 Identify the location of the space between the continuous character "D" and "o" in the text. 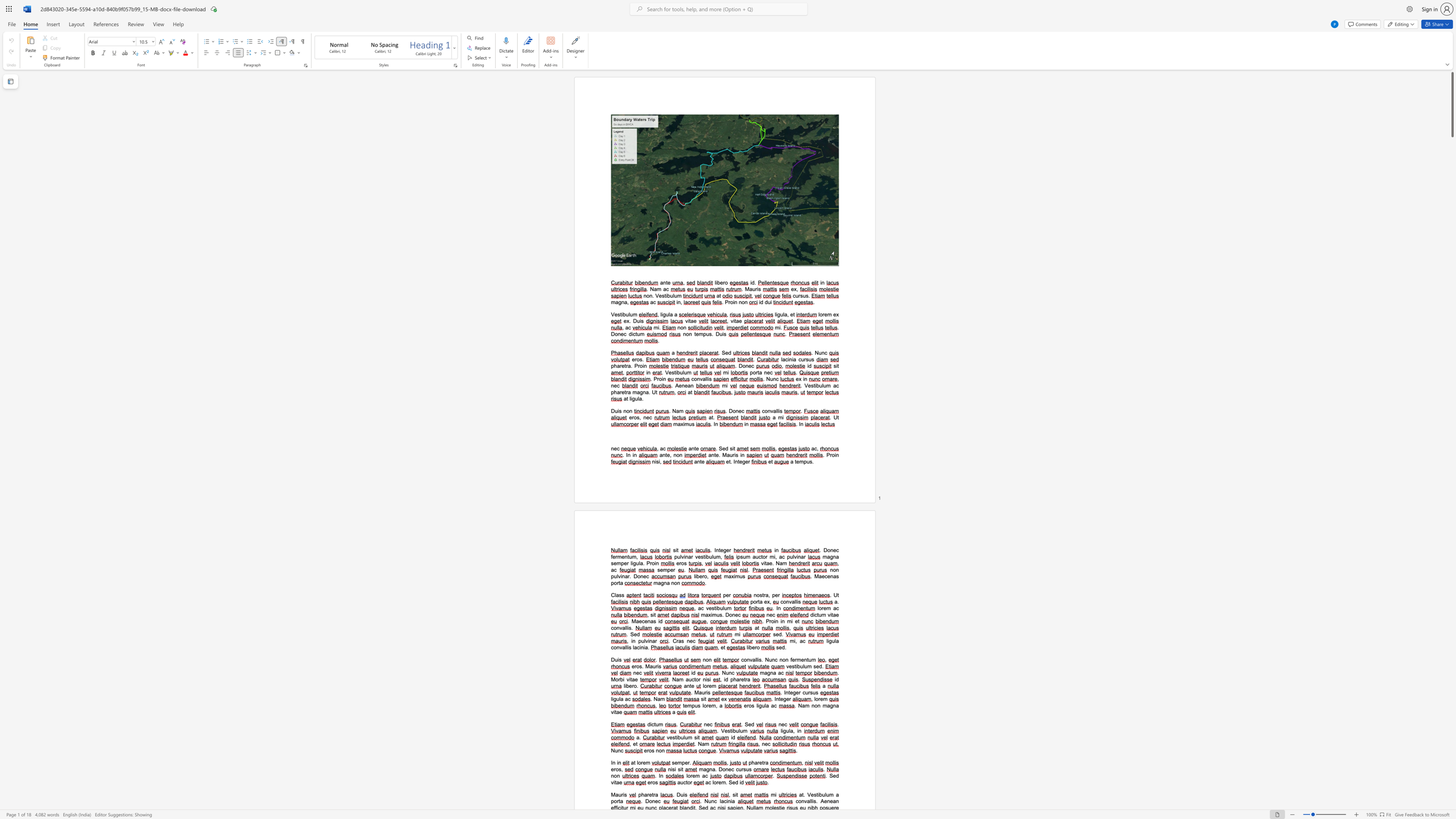
(614, 333).